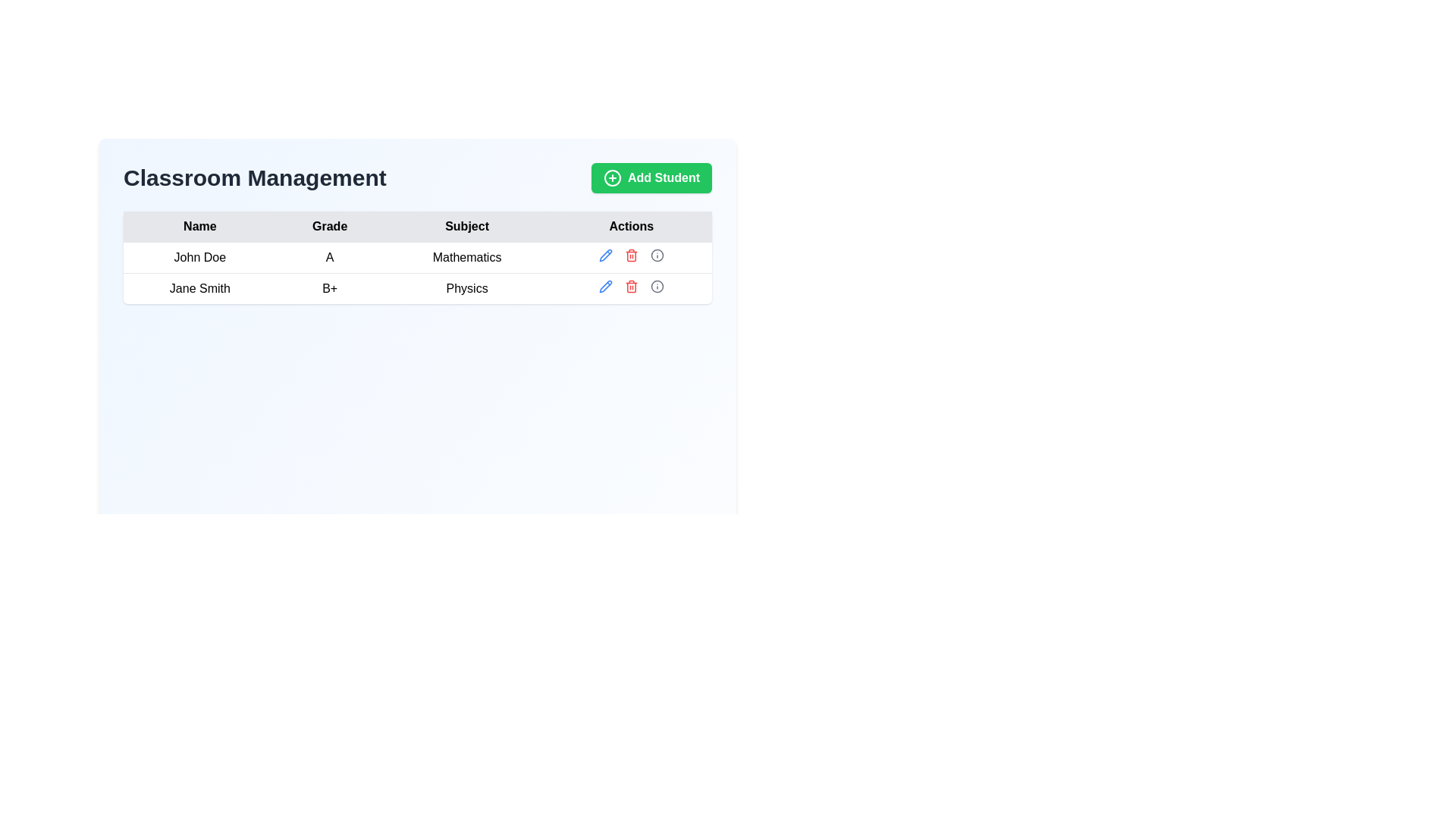  What do you see at coordinates (466, 227) in the screenshot?
I see `'Subject' label, which is the third column header in a four-column table located under the 'Classroom Management' title, styled with a gray background and bold black text` at bounding box center [466, 227].